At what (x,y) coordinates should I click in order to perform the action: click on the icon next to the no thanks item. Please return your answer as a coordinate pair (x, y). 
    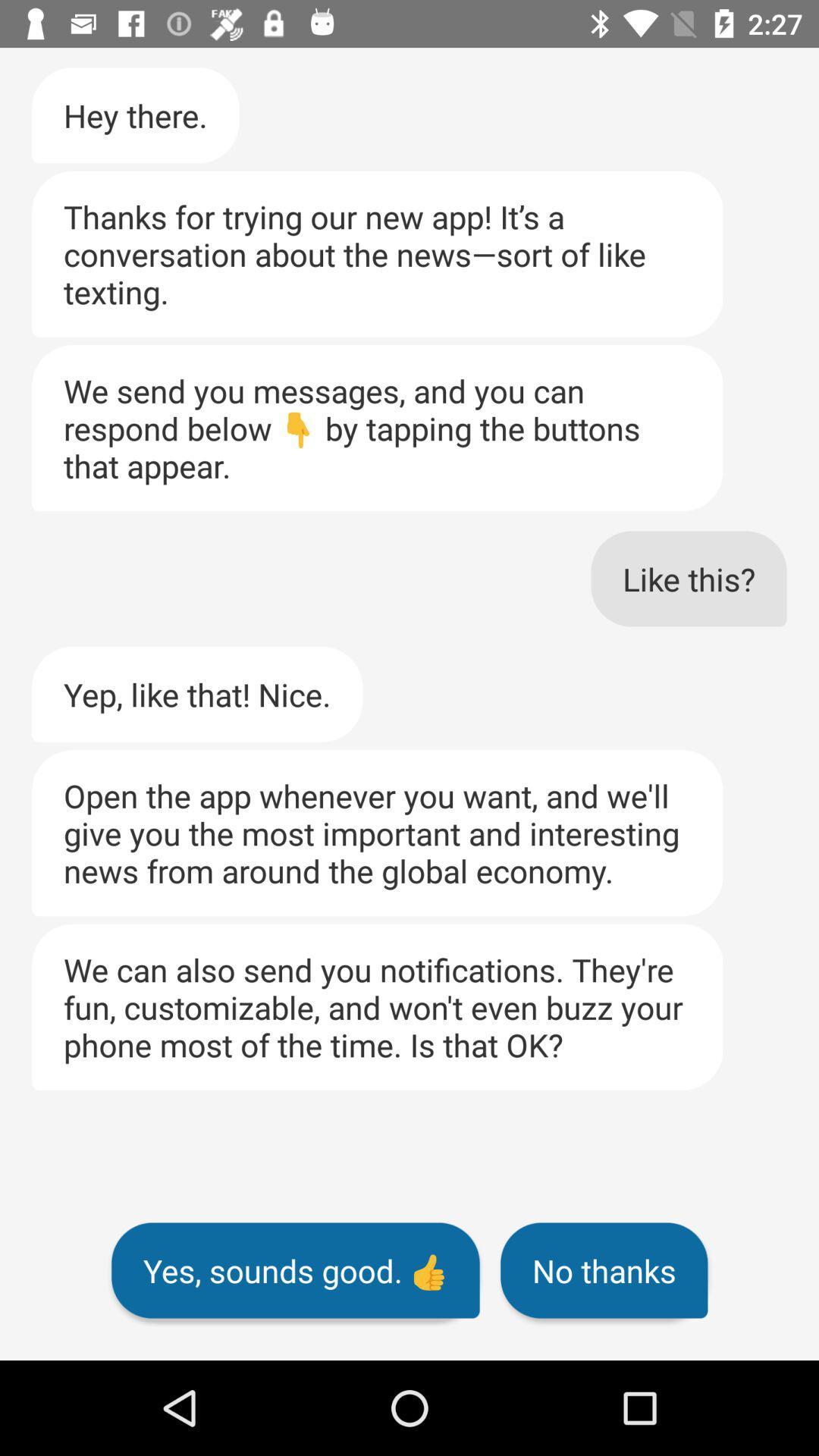
    Looking at the image, I should click on (295, 1270).